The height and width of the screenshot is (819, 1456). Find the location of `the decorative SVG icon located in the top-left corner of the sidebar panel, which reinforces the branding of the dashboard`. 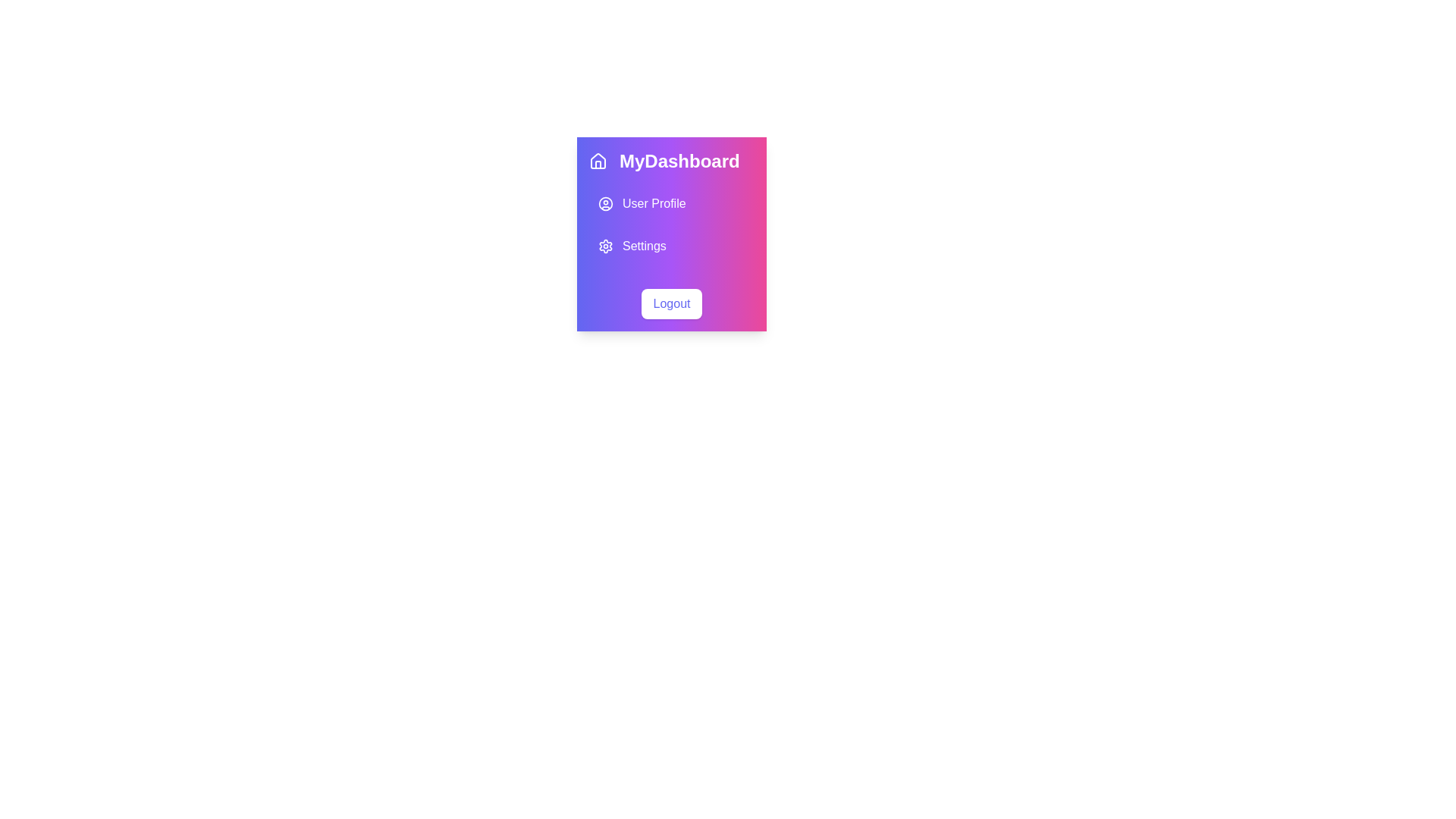

the decorative SVG icon located in the top-left corner of the sidebar panel, which reinforces the branding of the dashboard is located at coordinates (597, 161).